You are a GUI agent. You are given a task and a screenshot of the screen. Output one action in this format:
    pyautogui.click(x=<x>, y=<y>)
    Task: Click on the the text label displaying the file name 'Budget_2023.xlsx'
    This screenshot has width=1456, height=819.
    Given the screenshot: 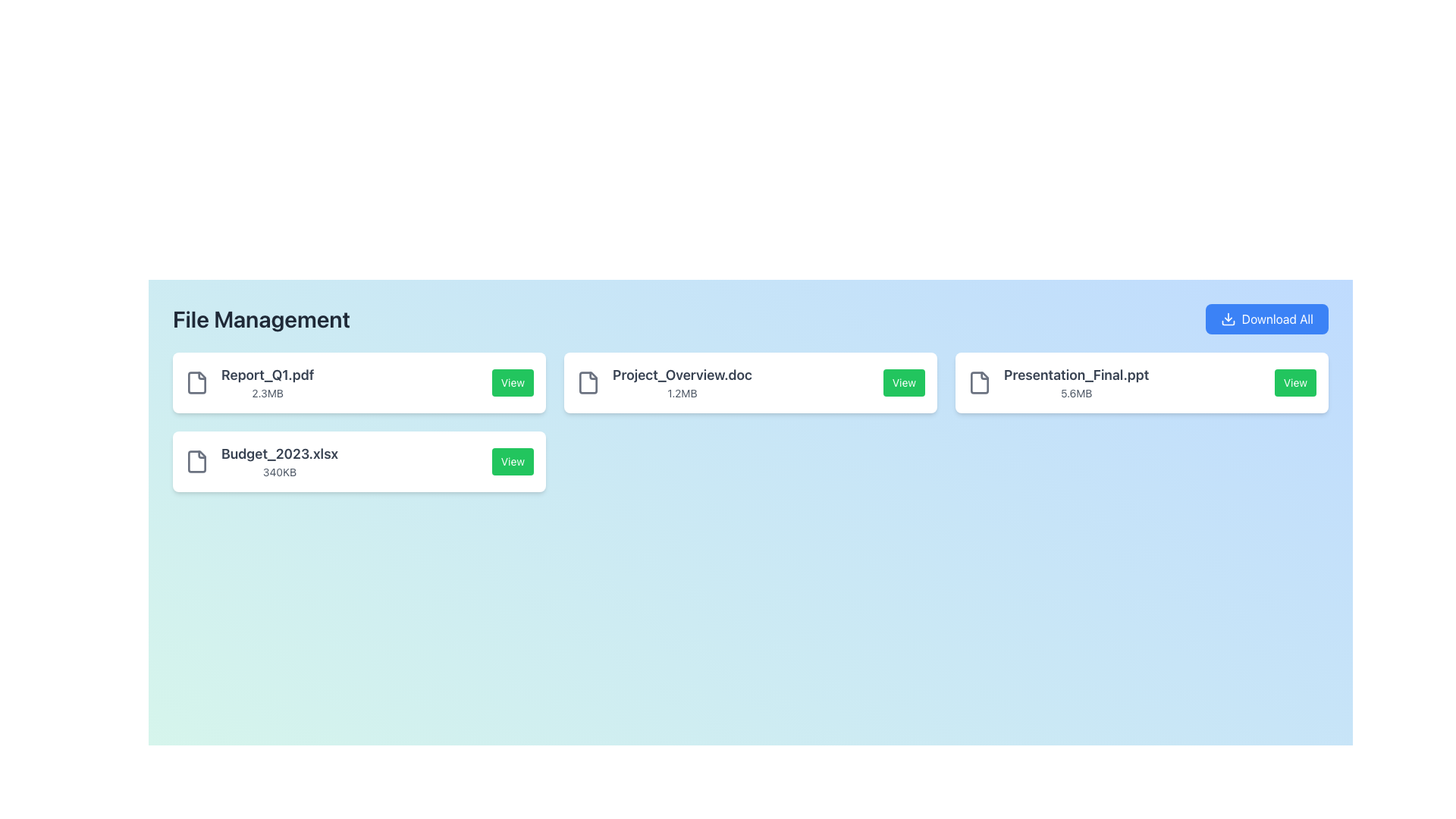 What is the action you would take?
    pyautogui.click(x=280, y=453)
    